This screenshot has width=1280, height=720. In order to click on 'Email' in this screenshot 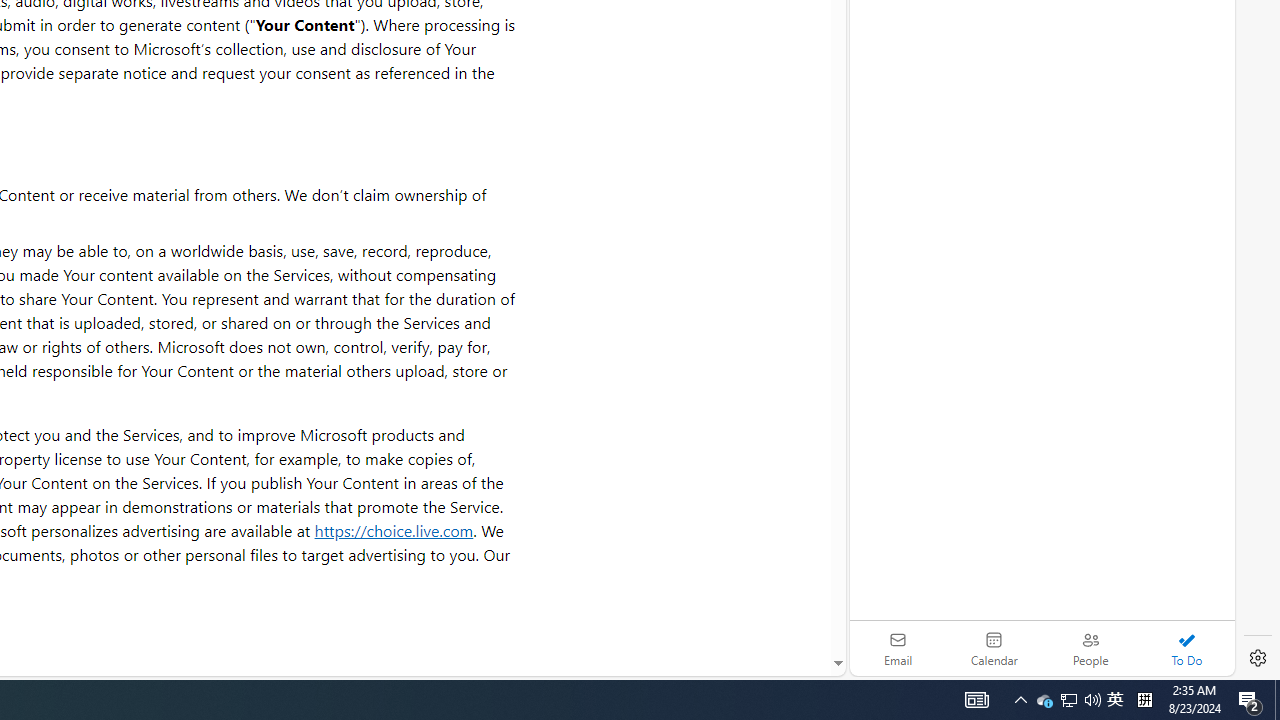, I will do `click(897, 648)`.